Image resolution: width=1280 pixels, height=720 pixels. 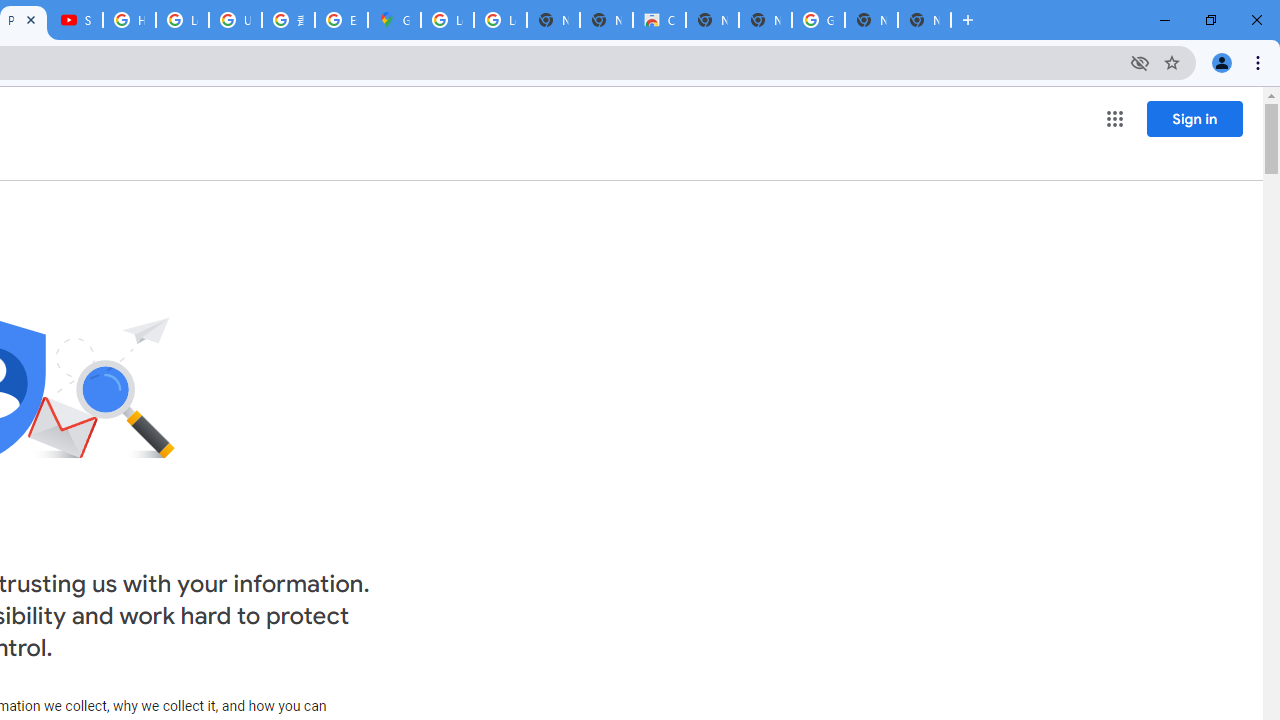 I want to click on 'How Chrome protects your passwords - Google Chrome Help', so click(x=128, y=20).